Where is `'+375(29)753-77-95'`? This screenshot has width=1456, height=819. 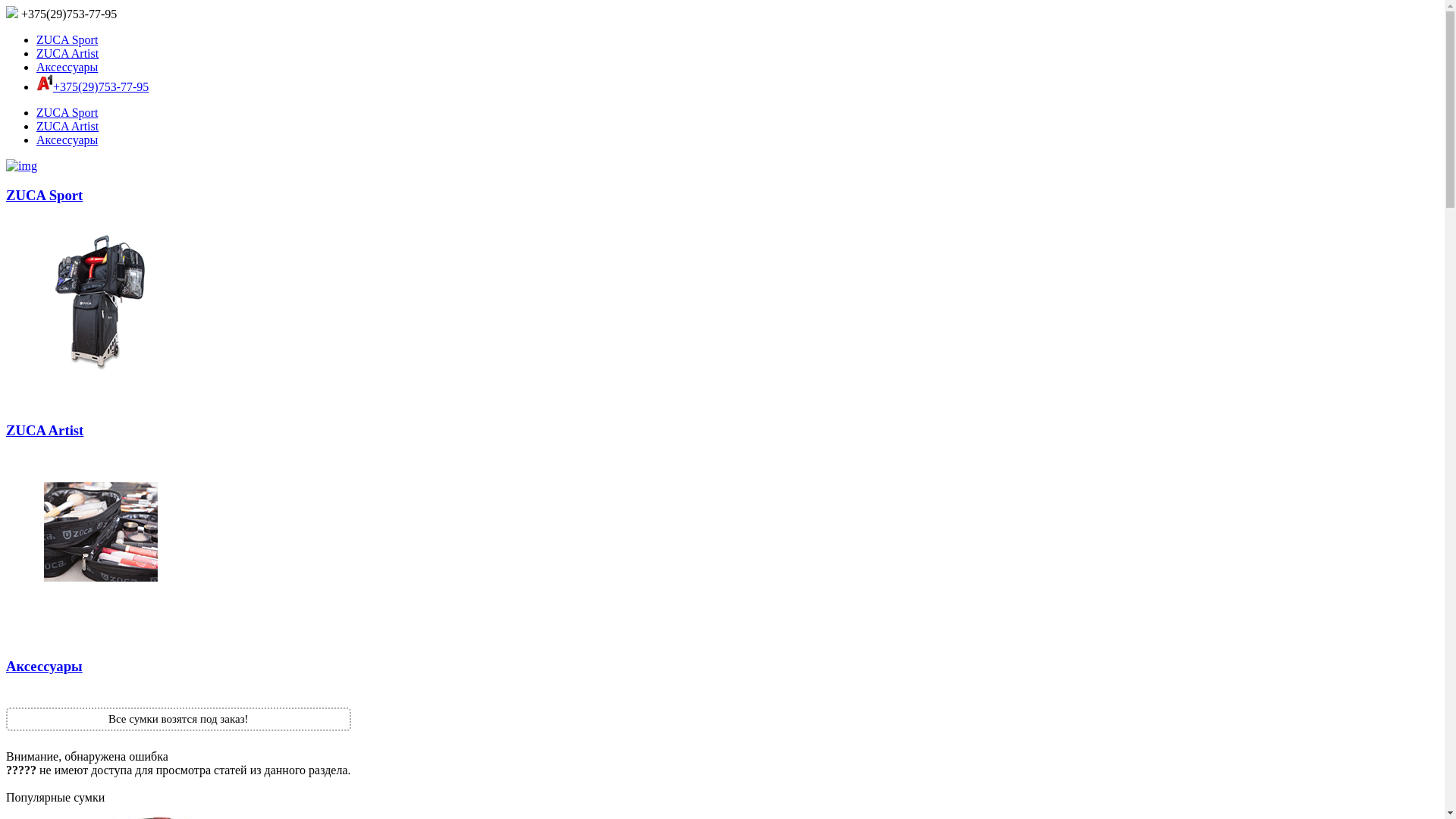 '+375(29)753-77-95' is located at coordinates (100, 86).